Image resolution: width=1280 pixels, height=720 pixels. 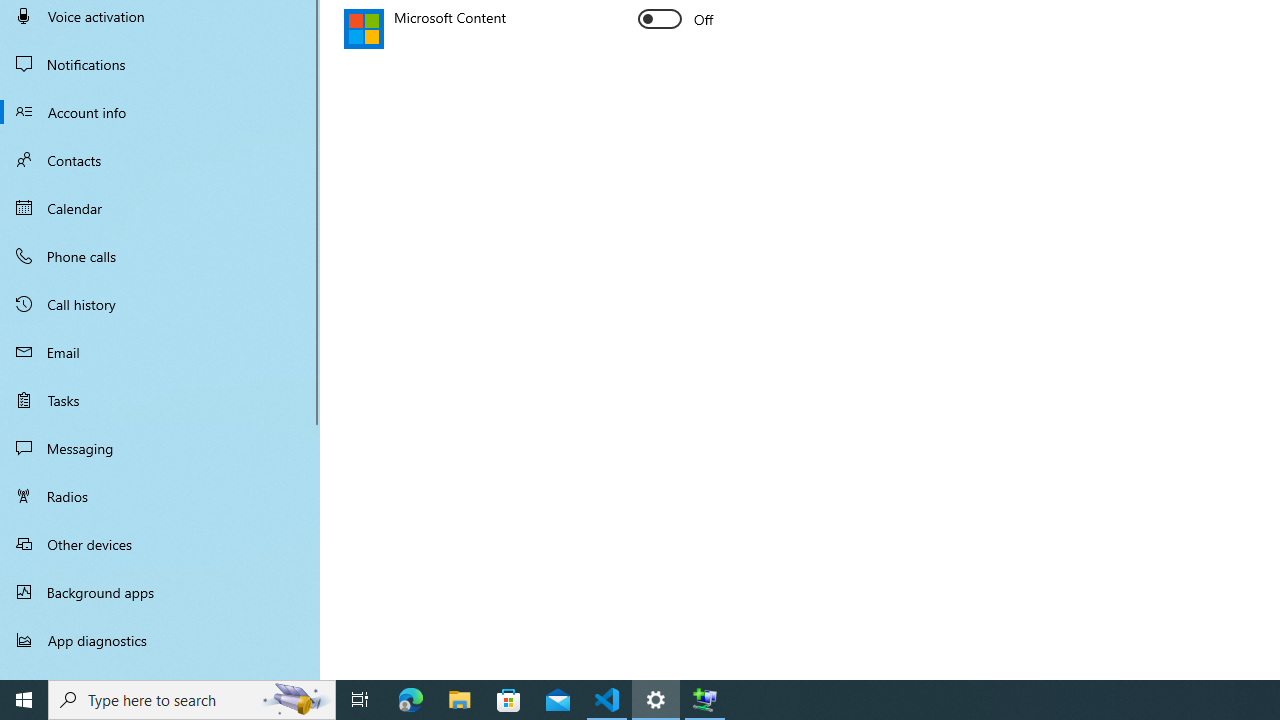 I want to click on 'Microsoft Edge', so click(x=410, y=698).